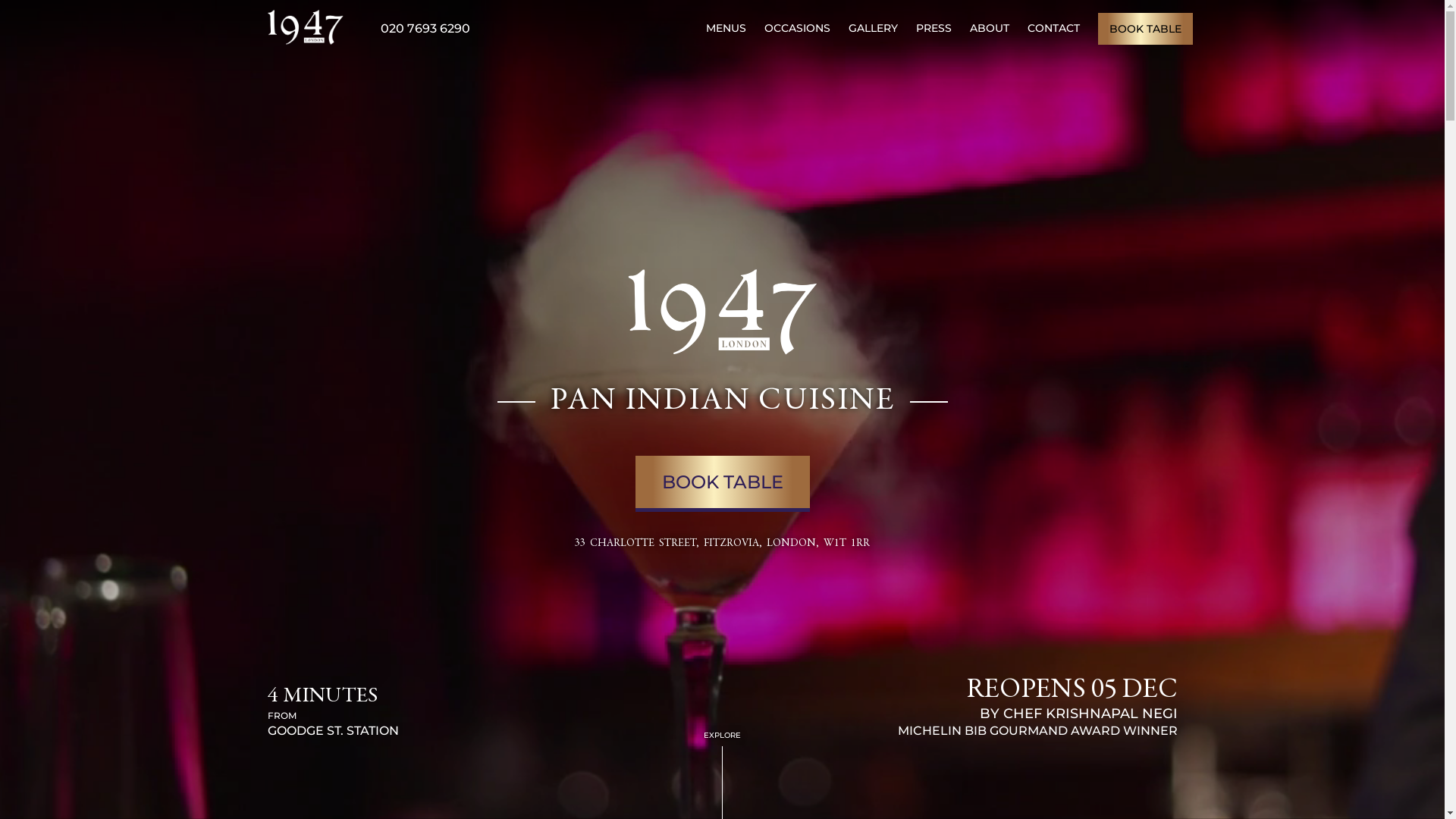 Image resolution: width=1456 pixels, height=819 pixels. Describe the element at coordinates (724, 28) in the screenshot. I see `'MENUS'` at that location.